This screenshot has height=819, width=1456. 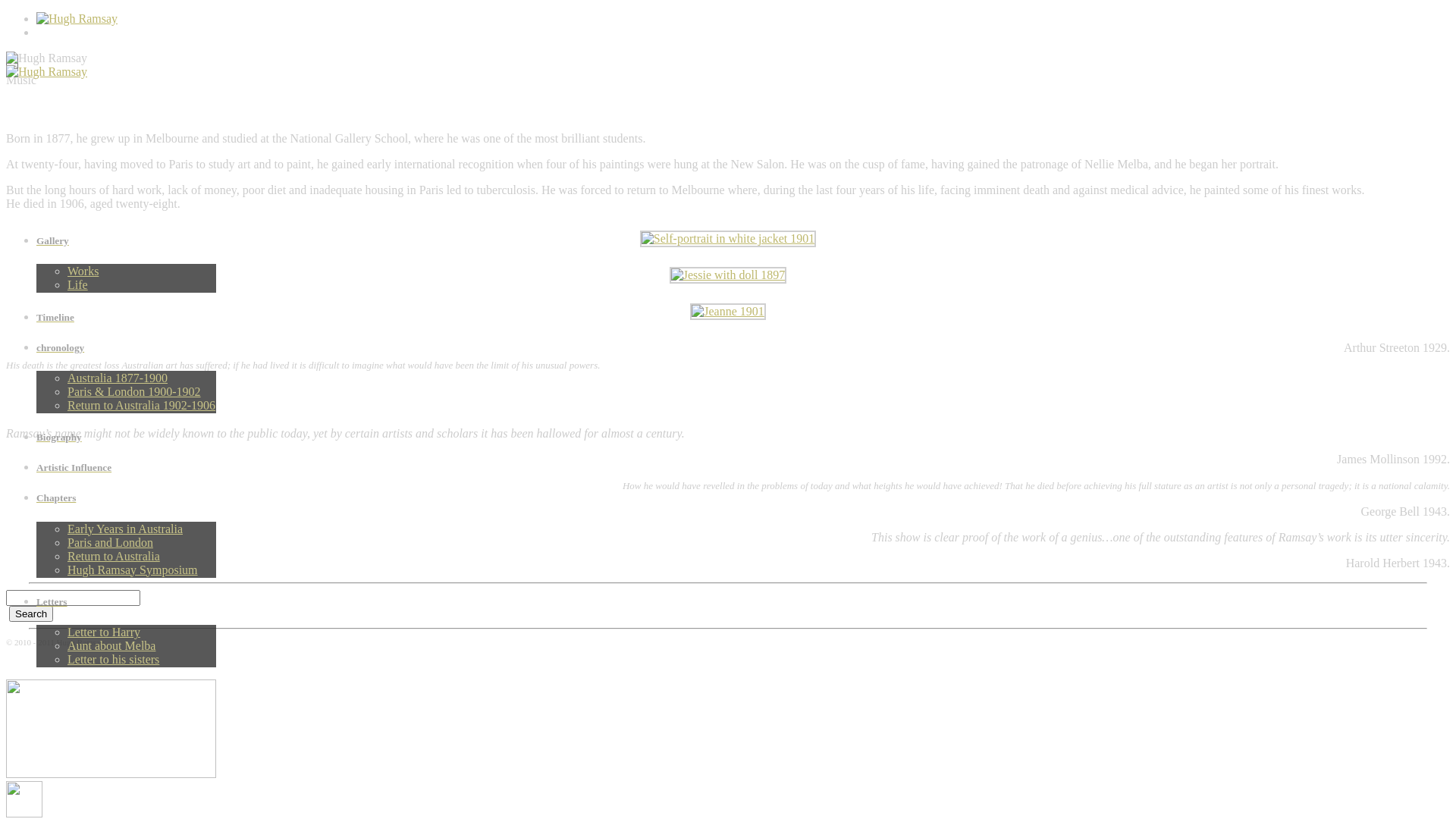 I want to click on 'Australia 1877-1900', so click(x=116, y=377).